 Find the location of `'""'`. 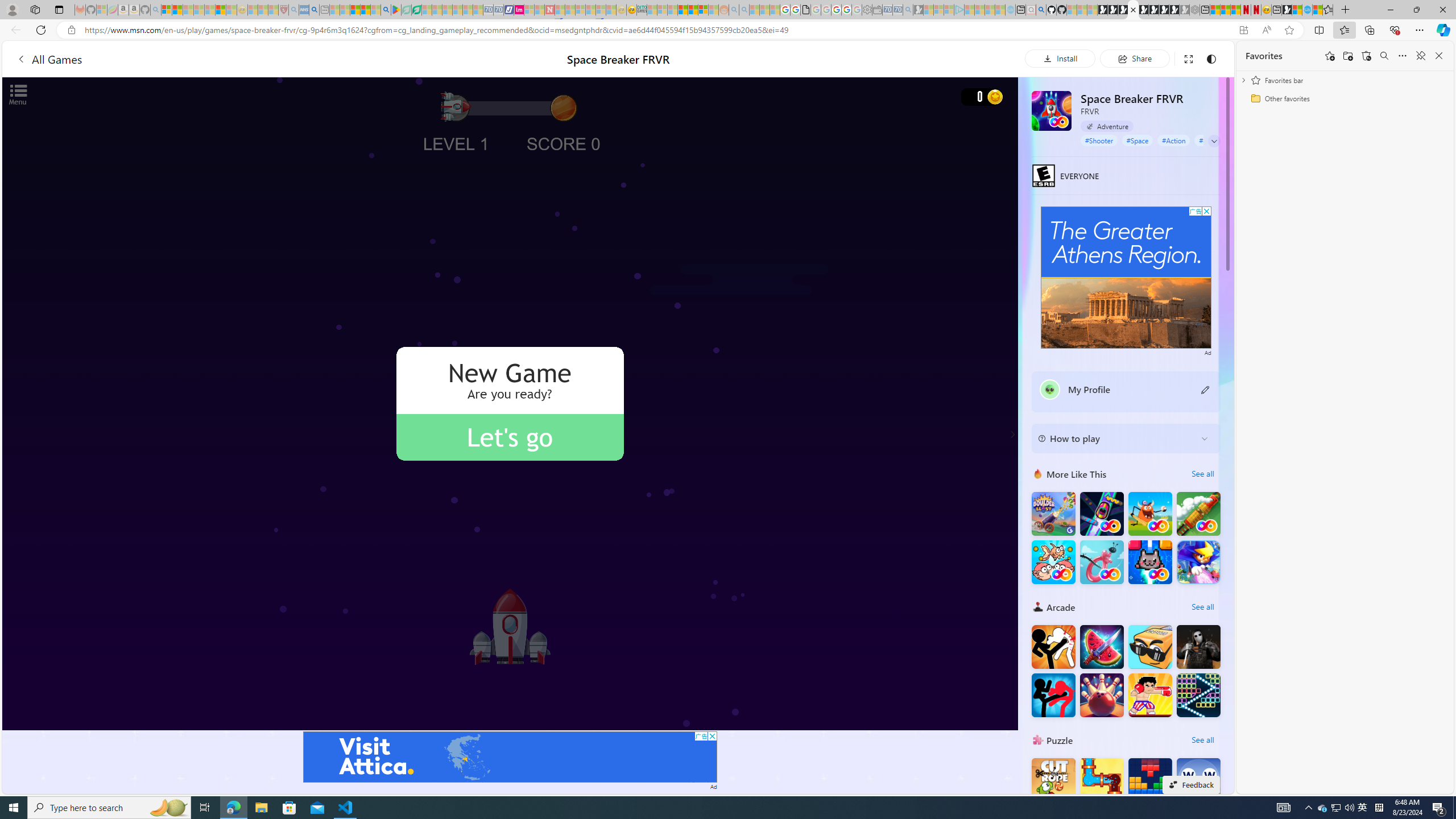

'""' is located at coordinates (1049, 390).